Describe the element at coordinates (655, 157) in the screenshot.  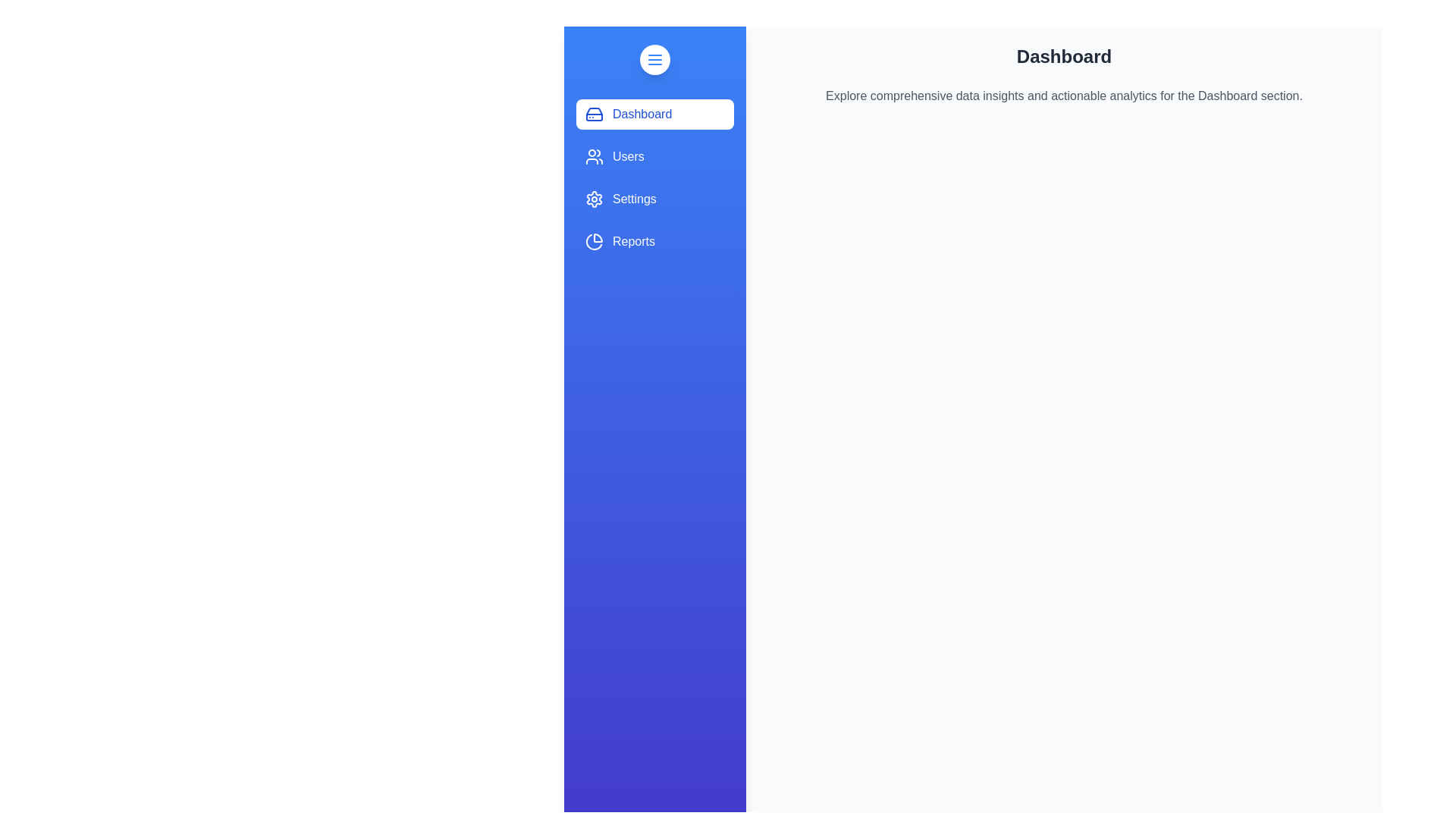
I see `the 'Users' tab to activate it` at that location.